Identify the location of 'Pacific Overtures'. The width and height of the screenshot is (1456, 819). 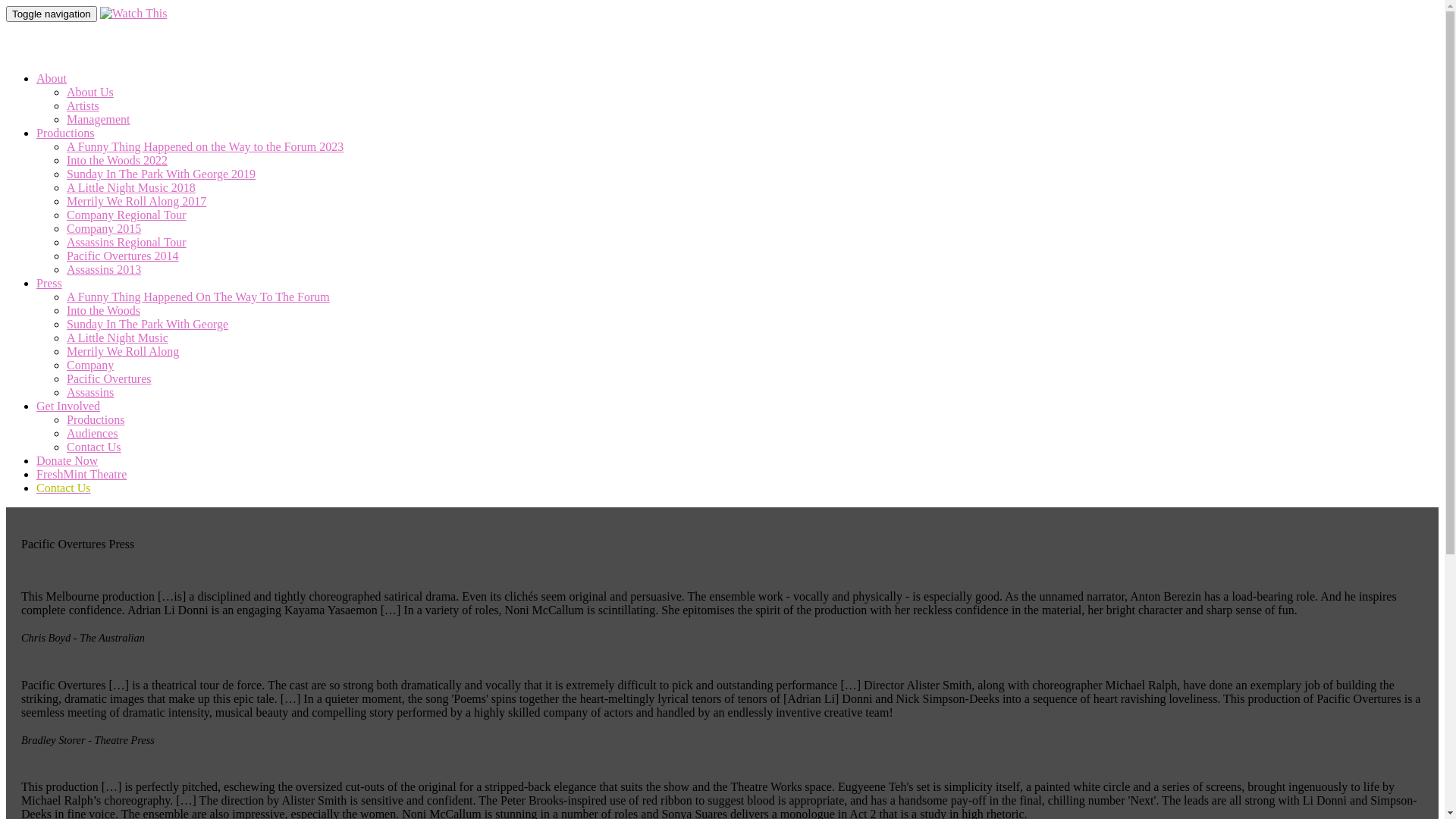
(108, 378).